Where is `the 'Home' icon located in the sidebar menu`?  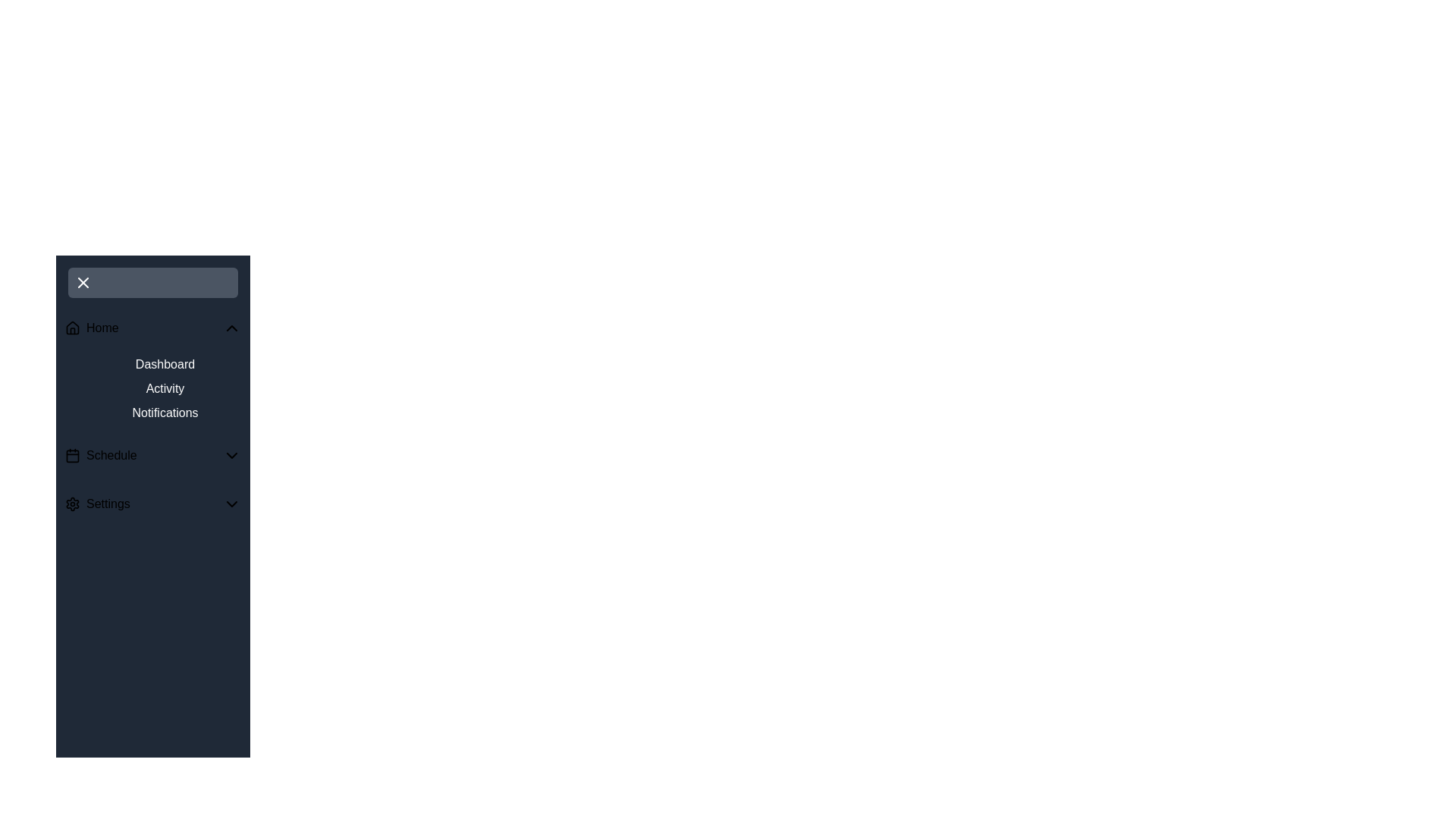
the 'Home' icon located in the sidebar menu is located at coordinates (72, 327).